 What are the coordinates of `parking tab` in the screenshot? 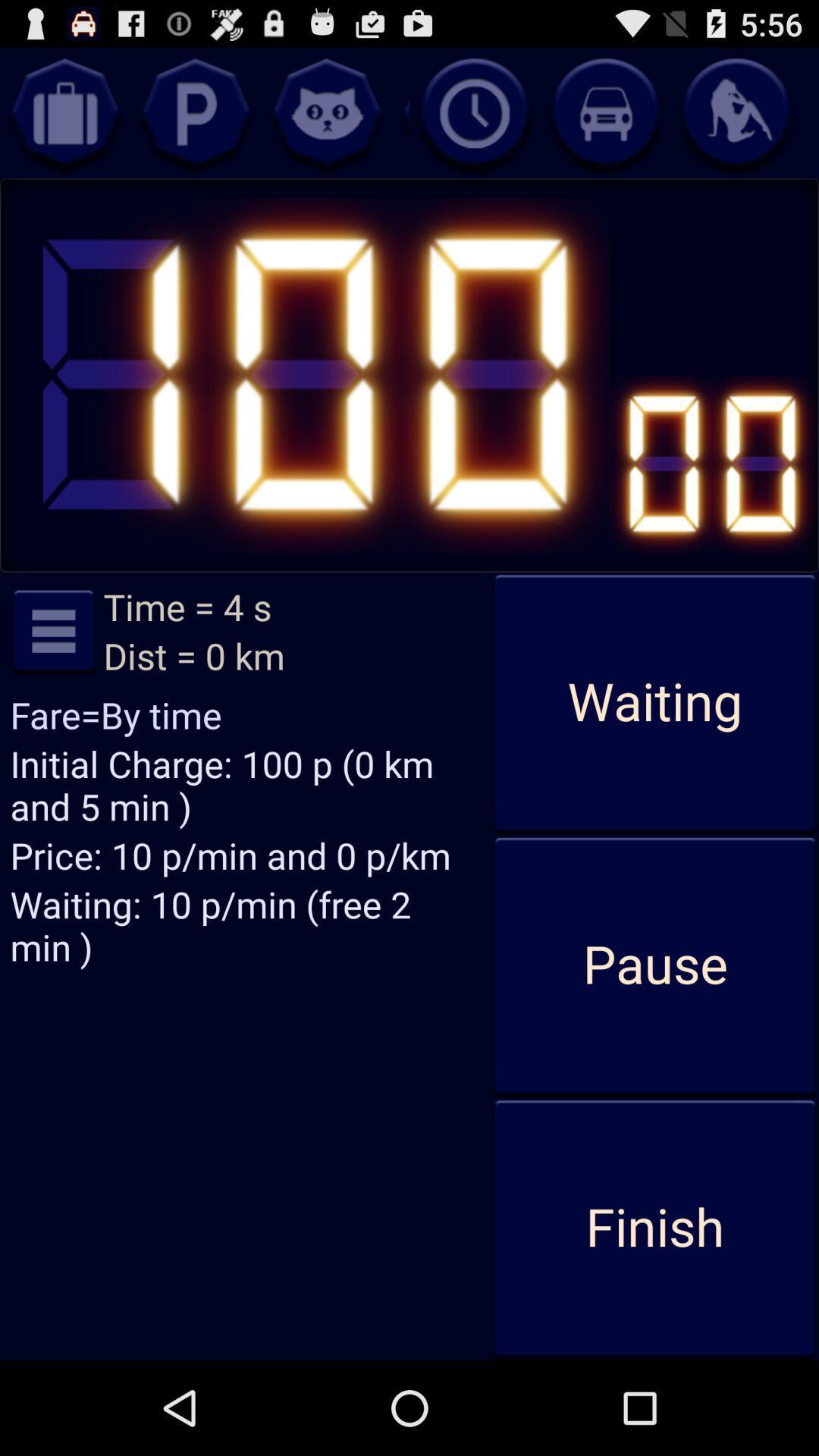 It's located at (195, 112).